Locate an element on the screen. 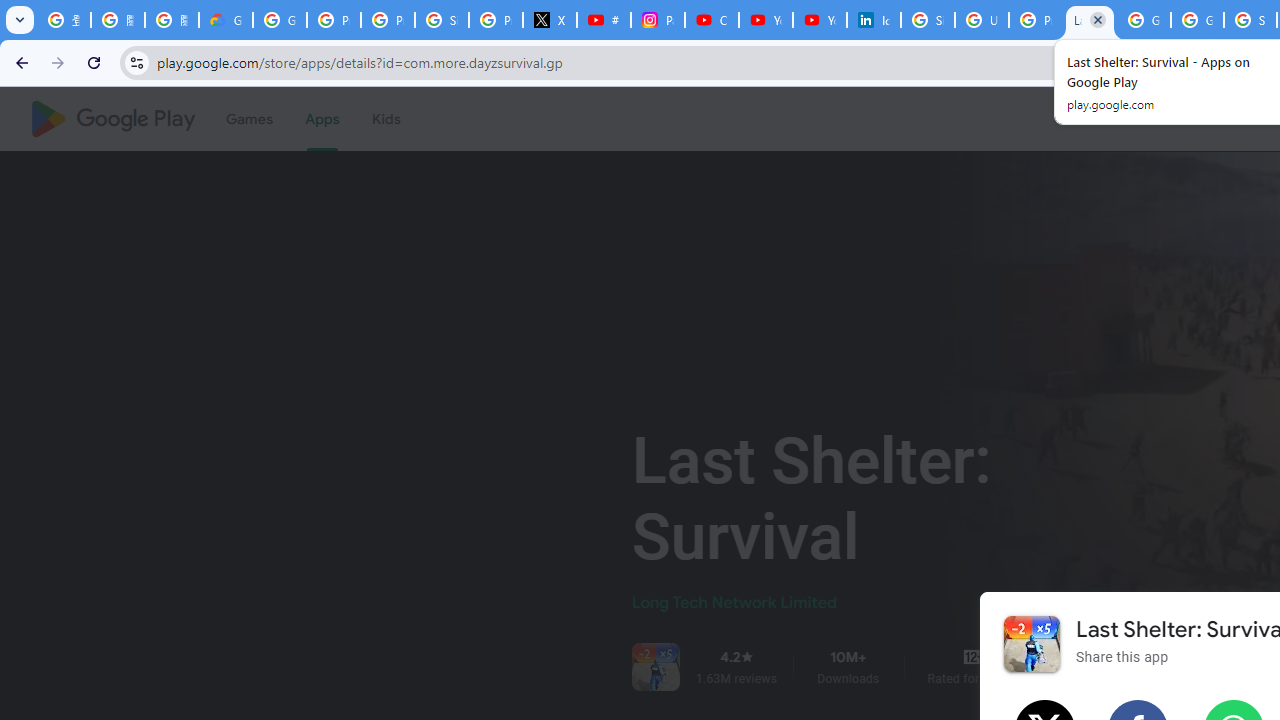 This screenshot has width=1280, height=720. 'Privacy Help Center - Policies Help' is located at coordinates (387, 20).